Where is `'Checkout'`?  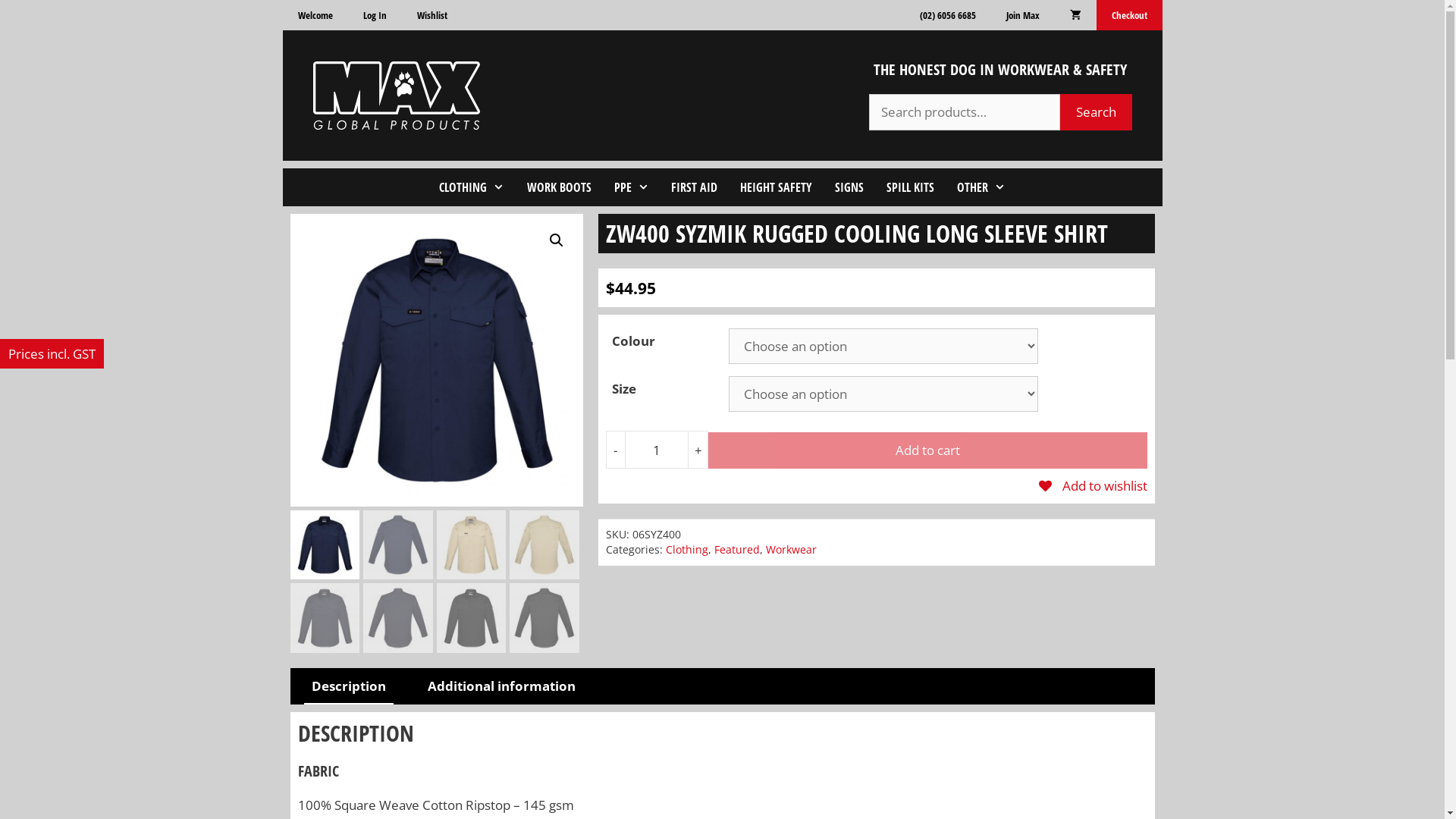
'Checkout' is located at coordinates (1096, 14).